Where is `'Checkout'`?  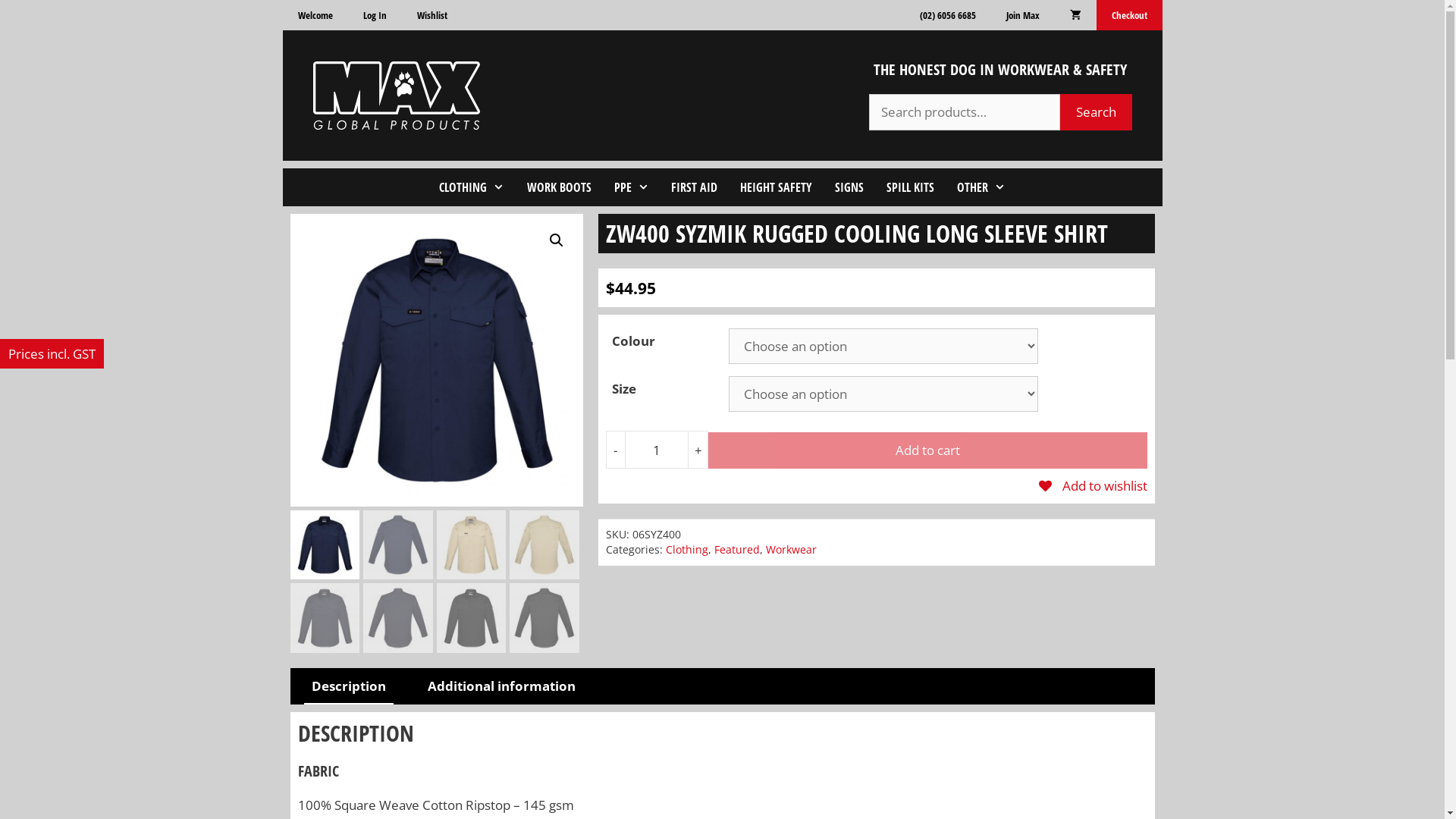
'Checkout' is located at coordinates (1096, 14).